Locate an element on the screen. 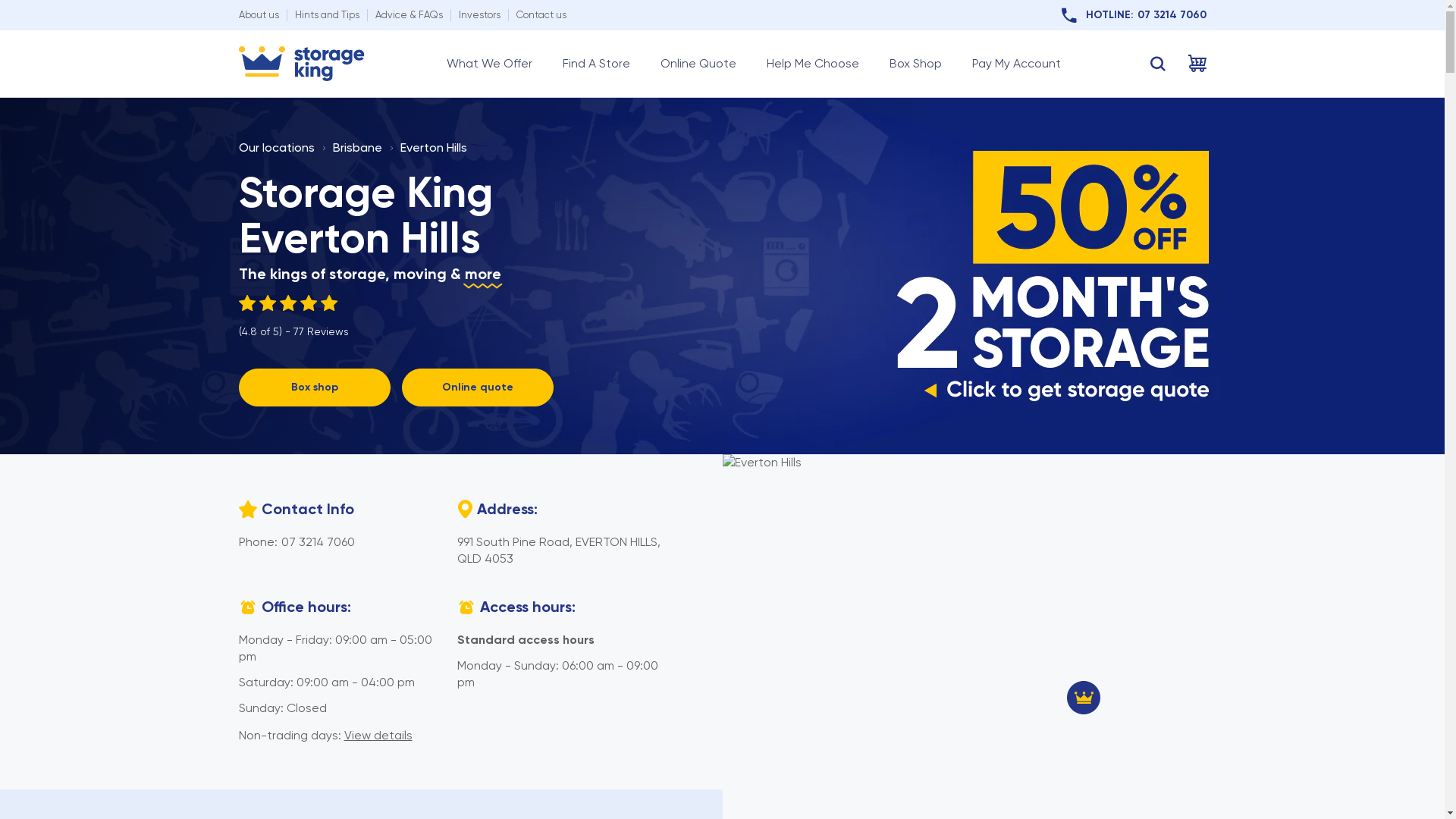 The height and width of the screenshot is (819, 1456). 'Our locations' is located at coordinates (237, 147).